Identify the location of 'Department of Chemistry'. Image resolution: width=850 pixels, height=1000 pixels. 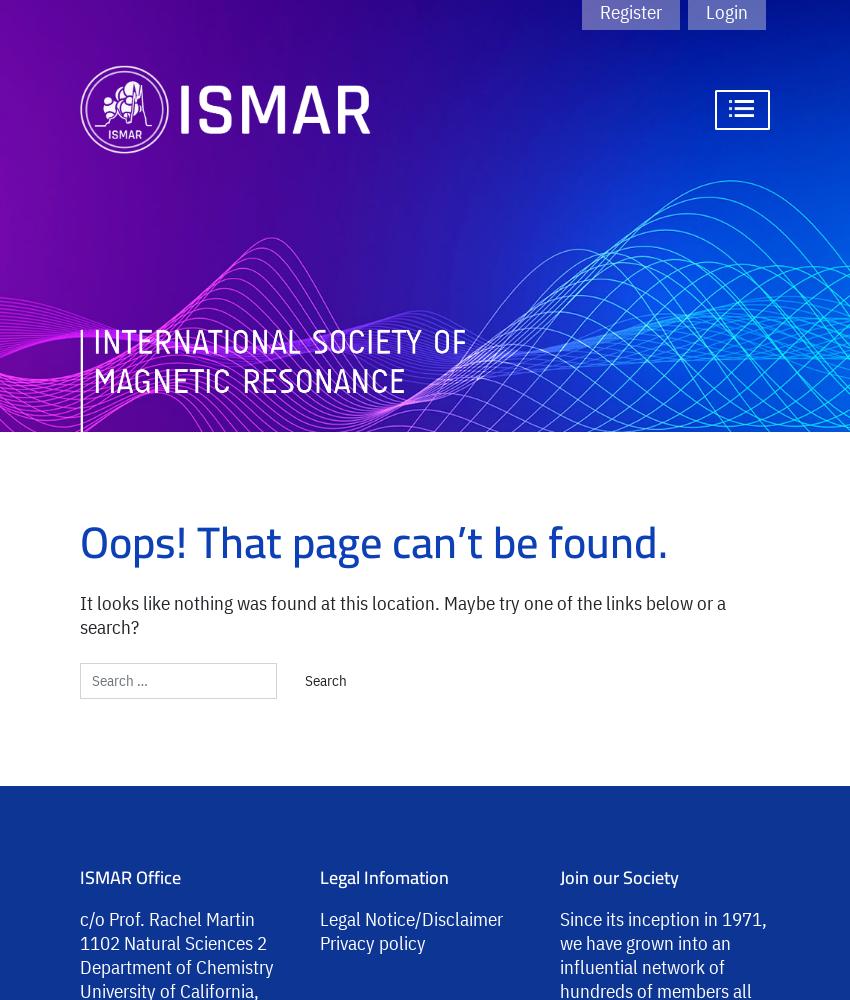
(175, 965).